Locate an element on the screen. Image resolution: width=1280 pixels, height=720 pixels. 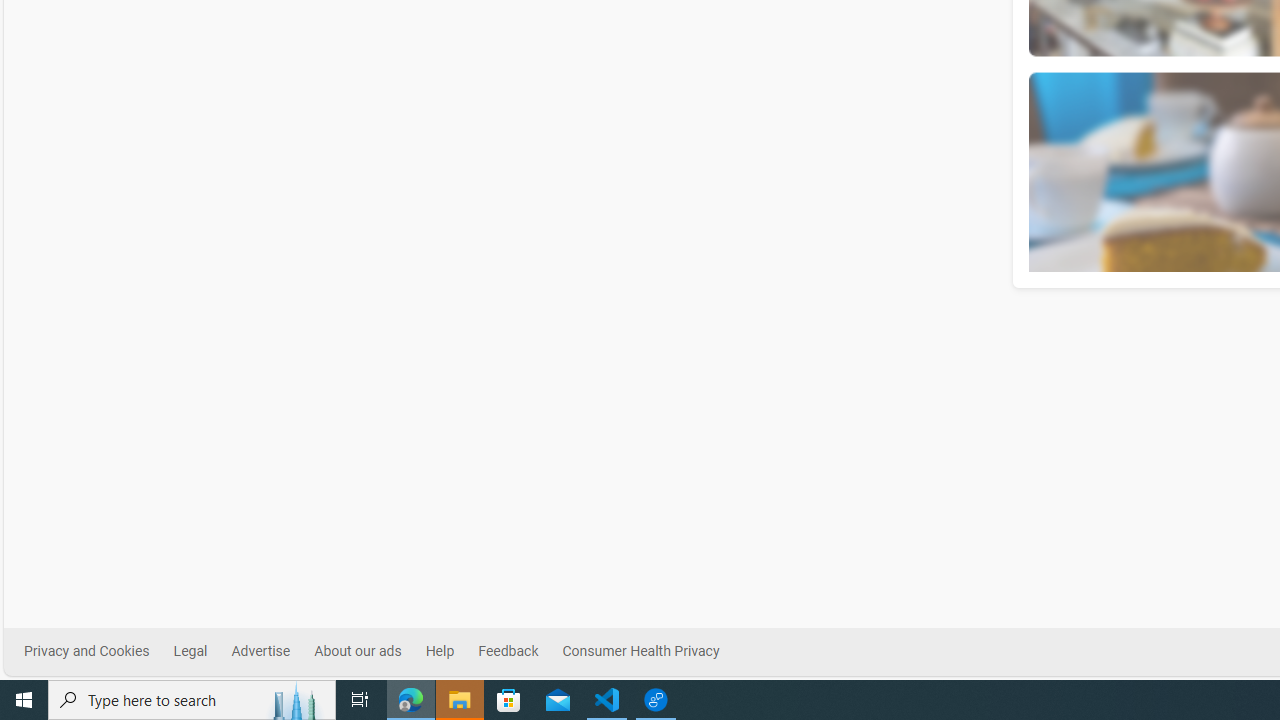
'Advertise' is located at coordinates (271, 651).